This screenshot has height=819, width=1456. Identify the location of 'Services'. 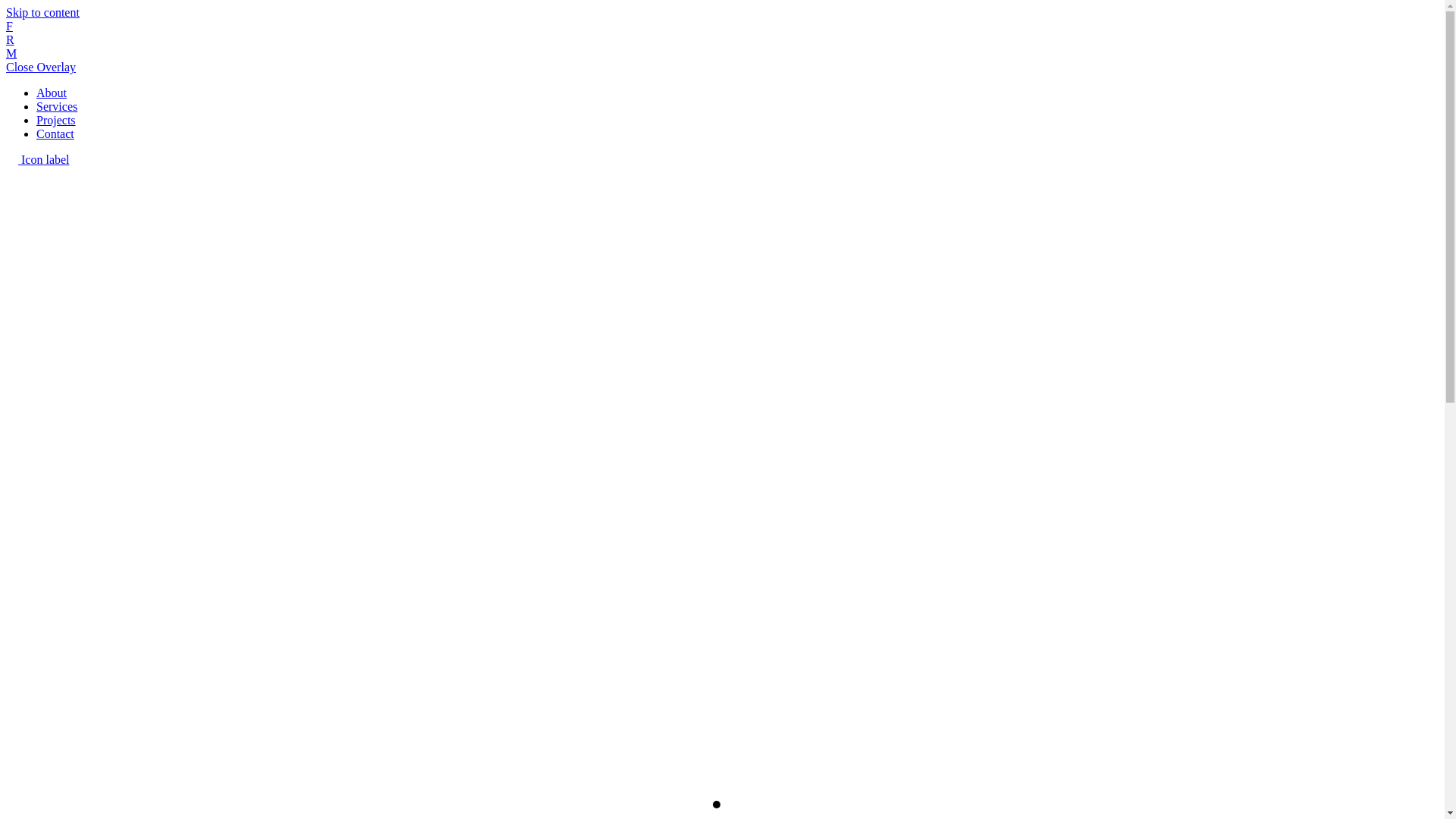
(57, 105).